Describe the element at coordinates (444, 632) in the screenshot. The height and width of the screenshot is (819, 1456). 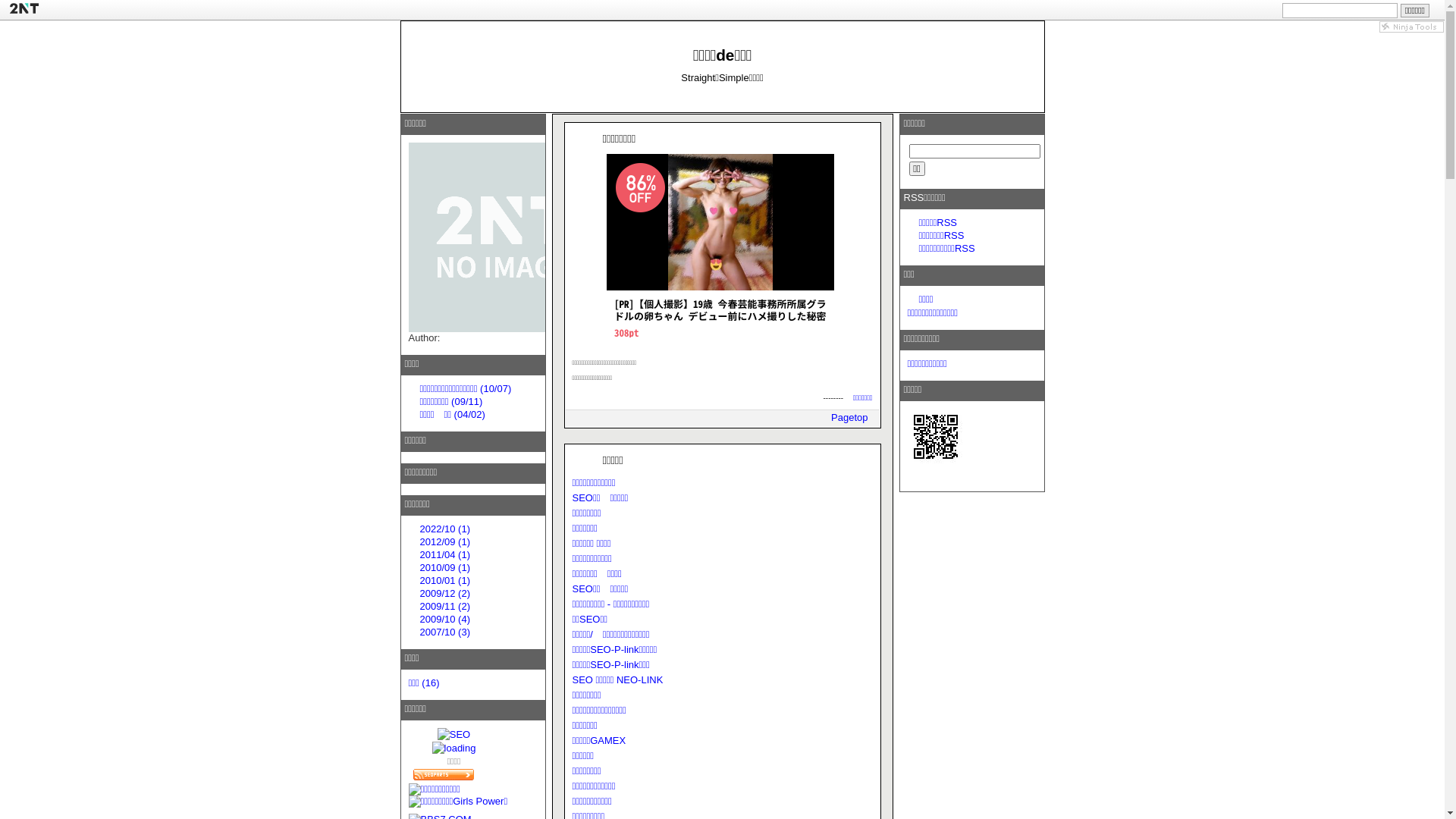
I see `'2007/10 (3)'` at that location.